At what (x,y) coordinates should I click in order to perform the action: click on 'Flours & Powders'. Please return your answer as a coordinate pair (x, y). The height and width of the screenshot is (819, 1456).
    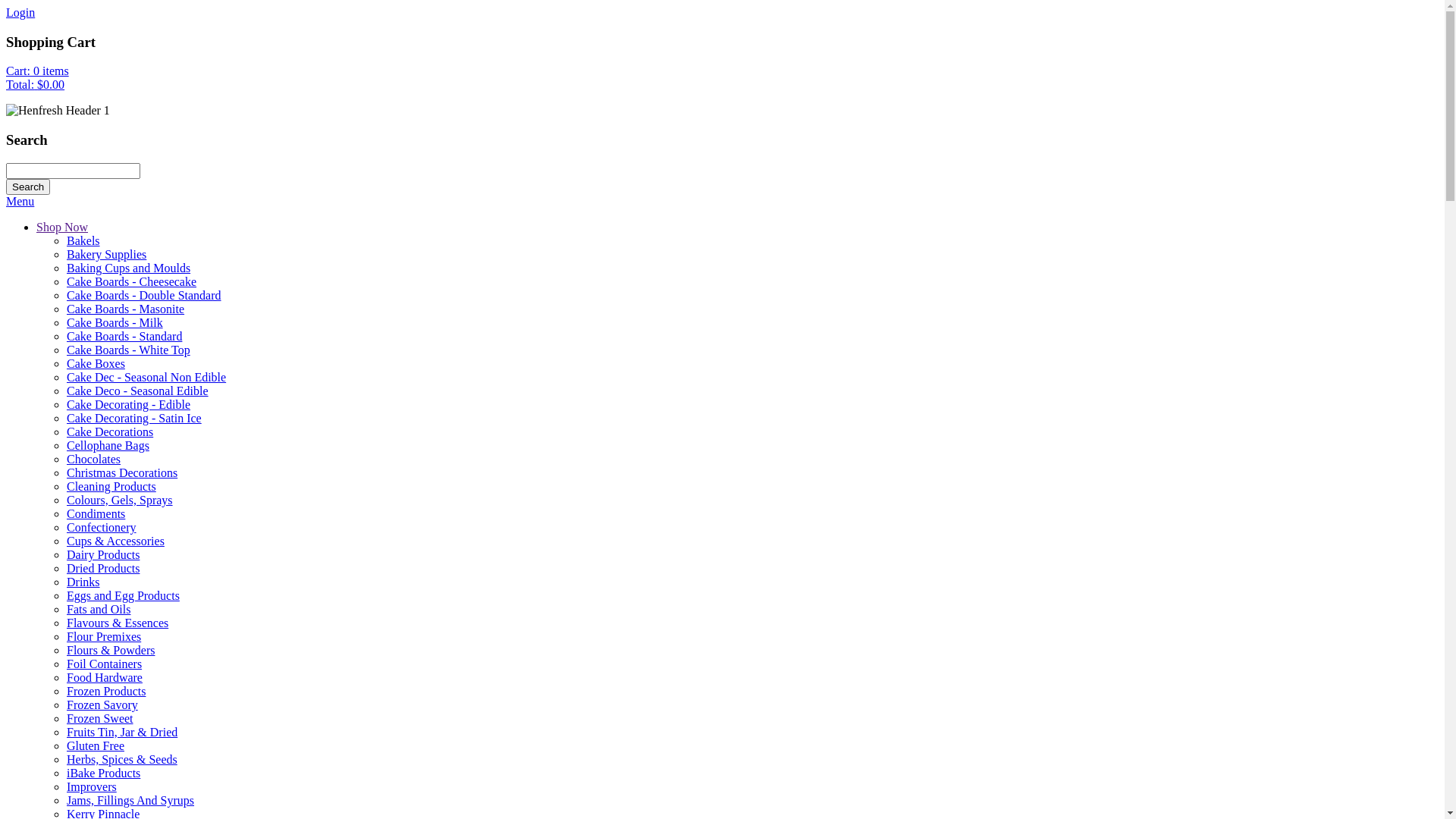
    Looking at the image, I should click on (109, 649).